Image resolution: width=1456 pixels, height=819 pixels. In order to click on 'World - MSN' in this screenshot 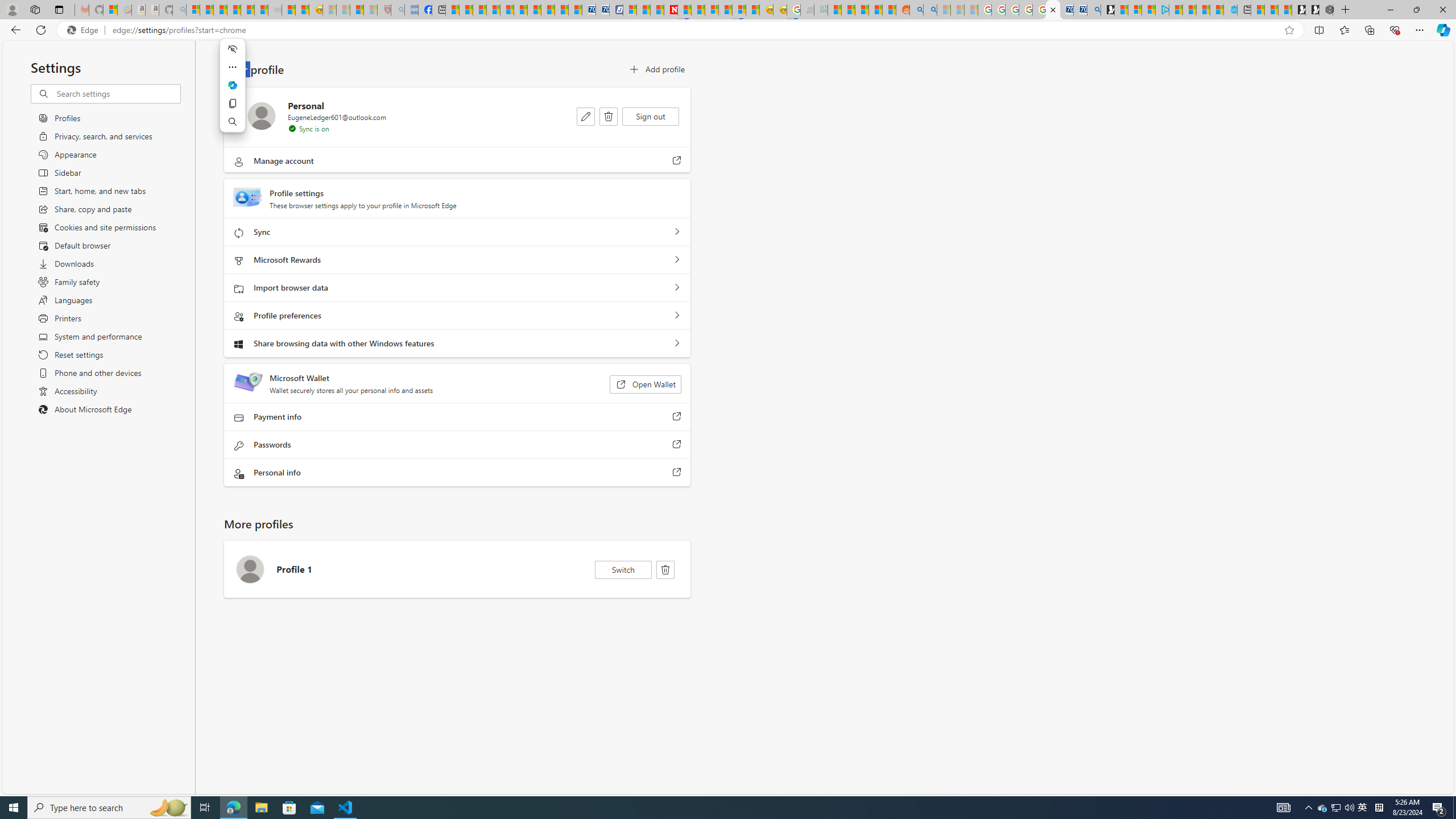, I will do `click(479, 9)`.